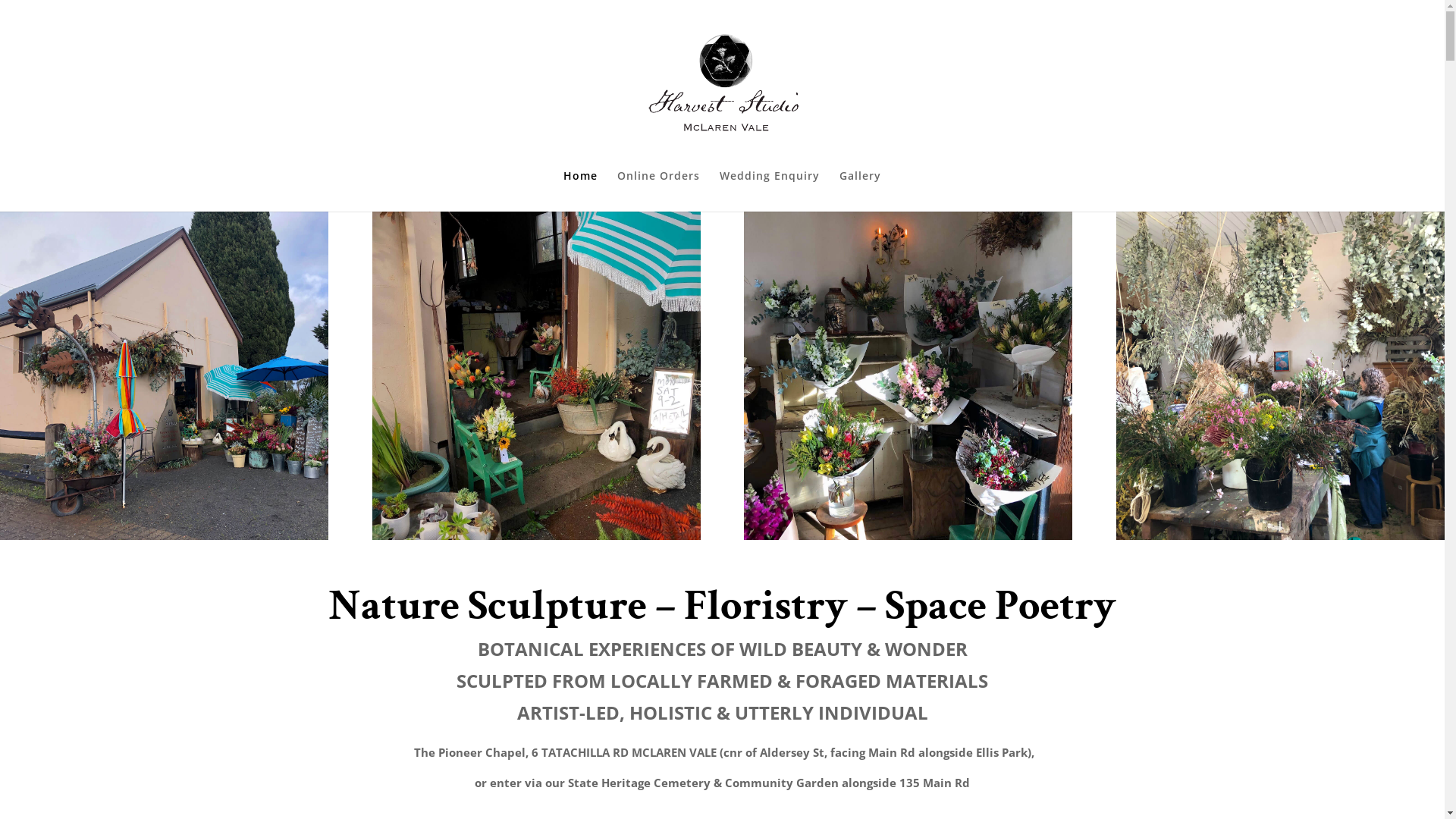 The image size is (1456, 819). I want to click on 'exterior', so click(0, 375).